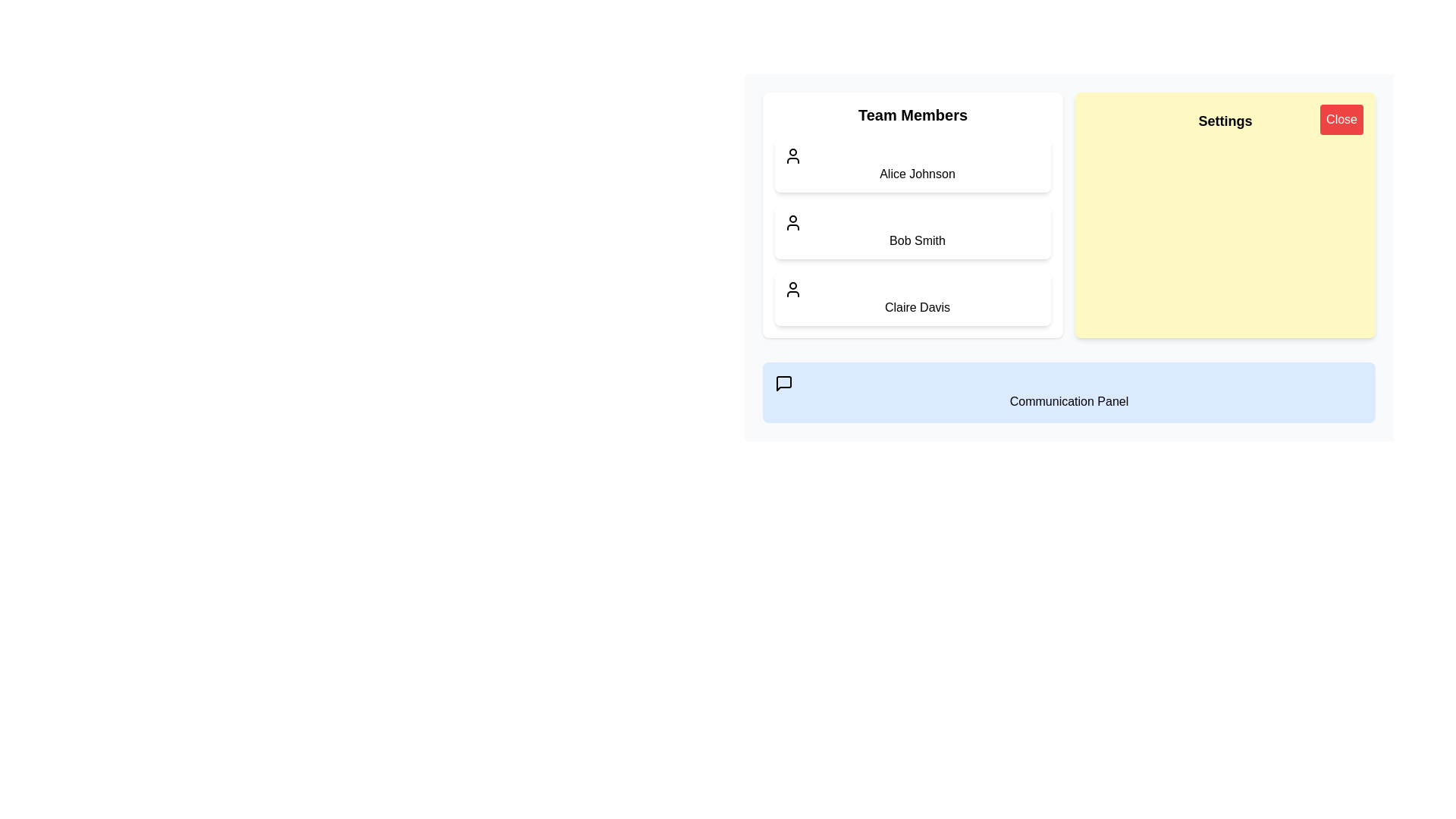 The height and width of the screenshot is (819, 1456). Describe the element at coordinates (912, 298) in the screenshot. I see `the contact entry 'Claire Davis' for reordering in the 'Team Members' section` at that location.